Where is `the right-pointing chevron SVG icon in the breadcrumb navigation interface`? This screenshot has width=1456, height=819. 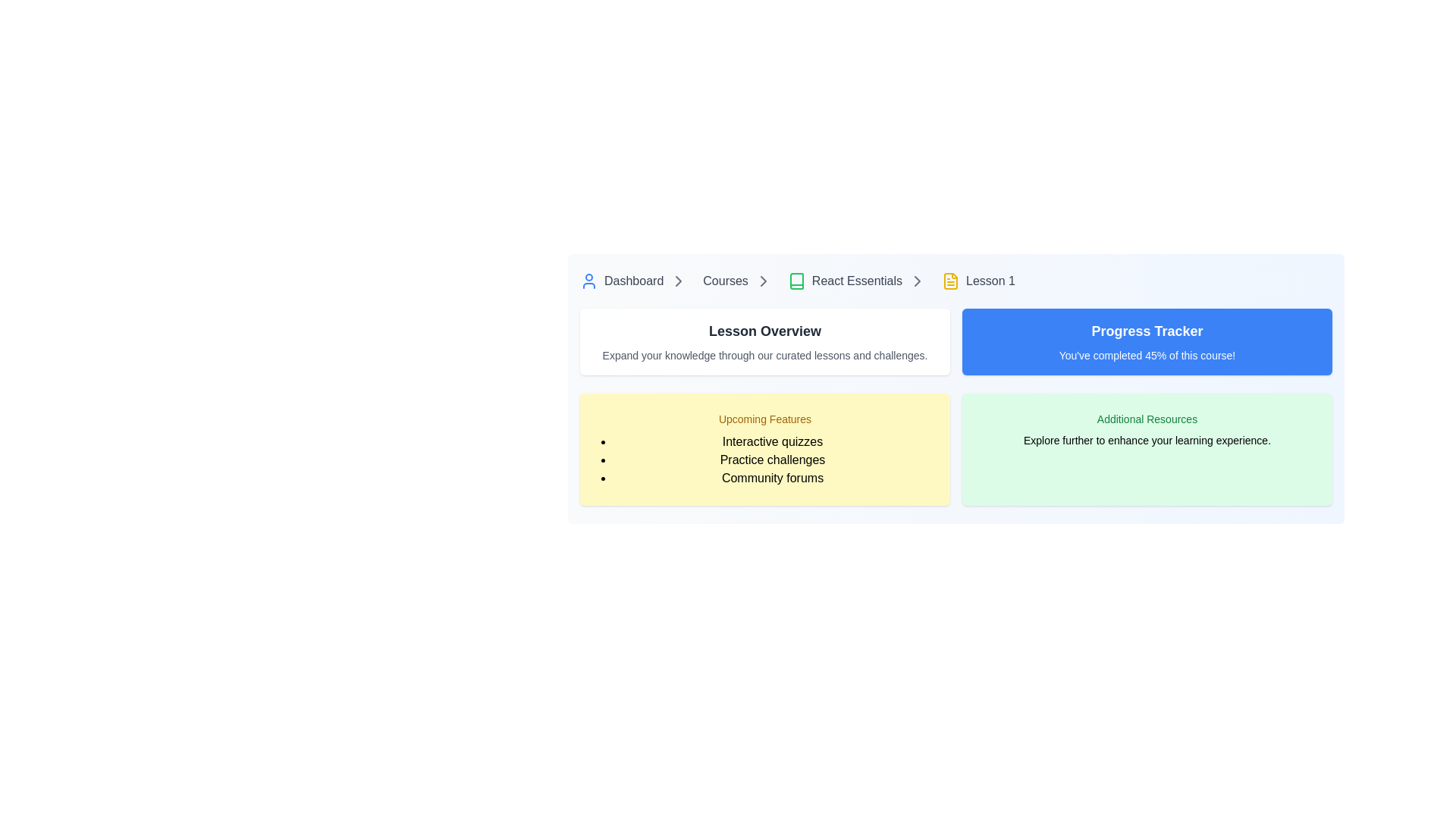 the right-pointing chevron SVG icon in the breadcrumb navigation interface is located at coordinates (678, 281).